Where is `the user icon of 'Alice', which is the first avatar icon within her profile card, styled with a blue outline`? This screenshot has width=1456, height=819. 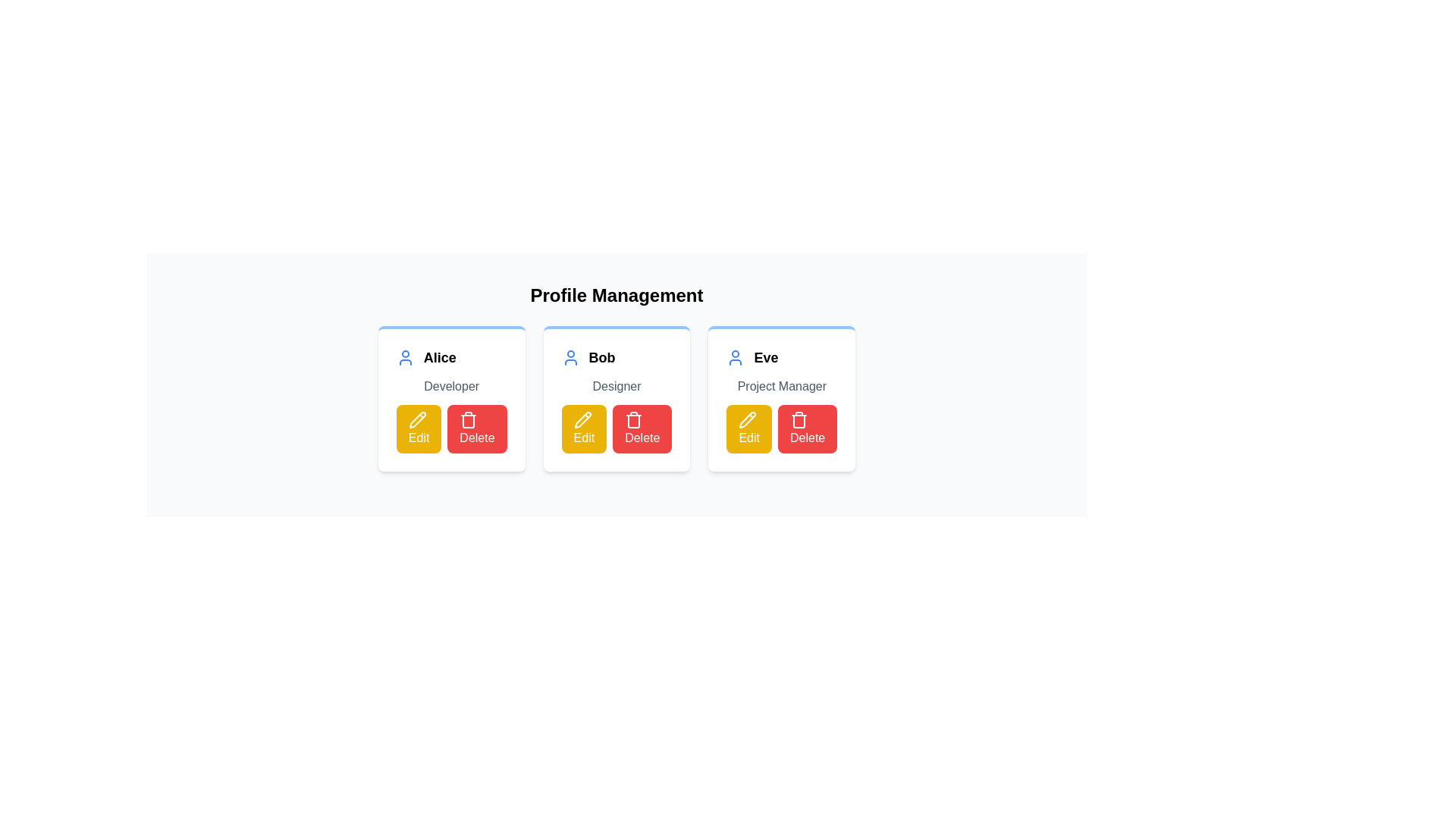 the user icon of 'Alice', which is the first avatar icon within her profile card, styled with a blue outline is located at coordinates (405, 357).